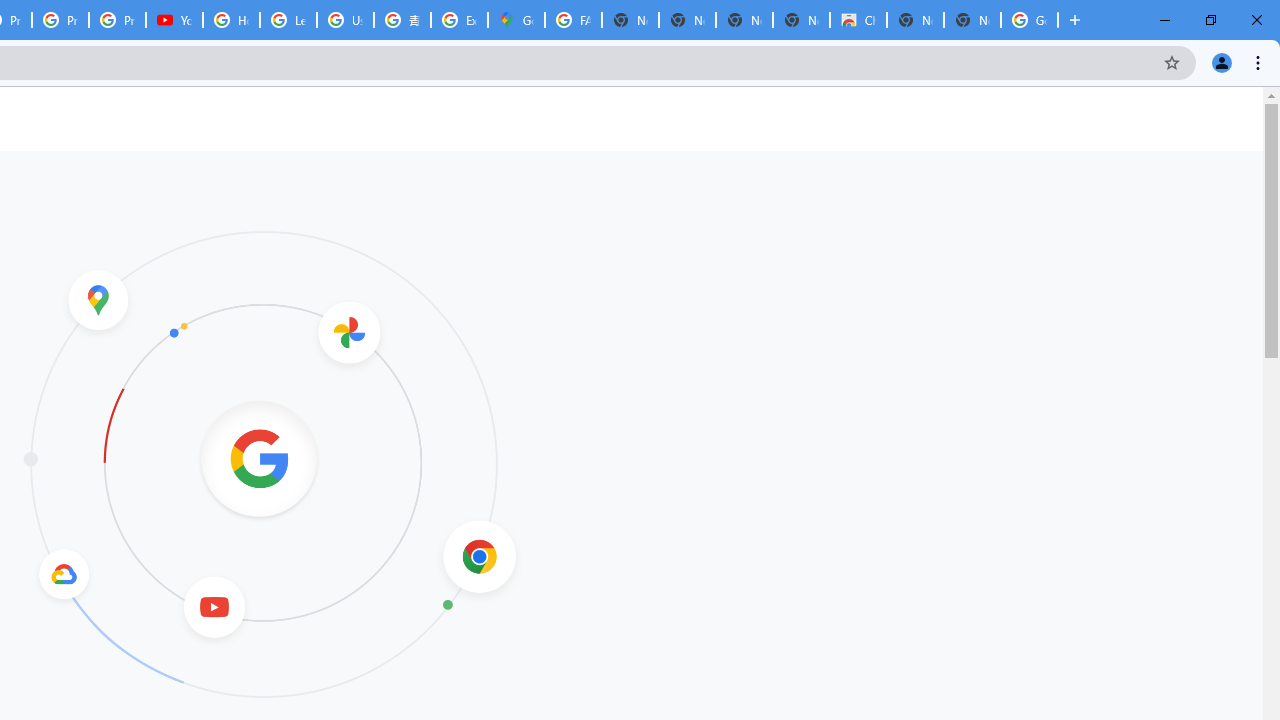 This screenshot has height=720, width=1280. I want to click on 'Chrome Web Store', so click(858, 20).